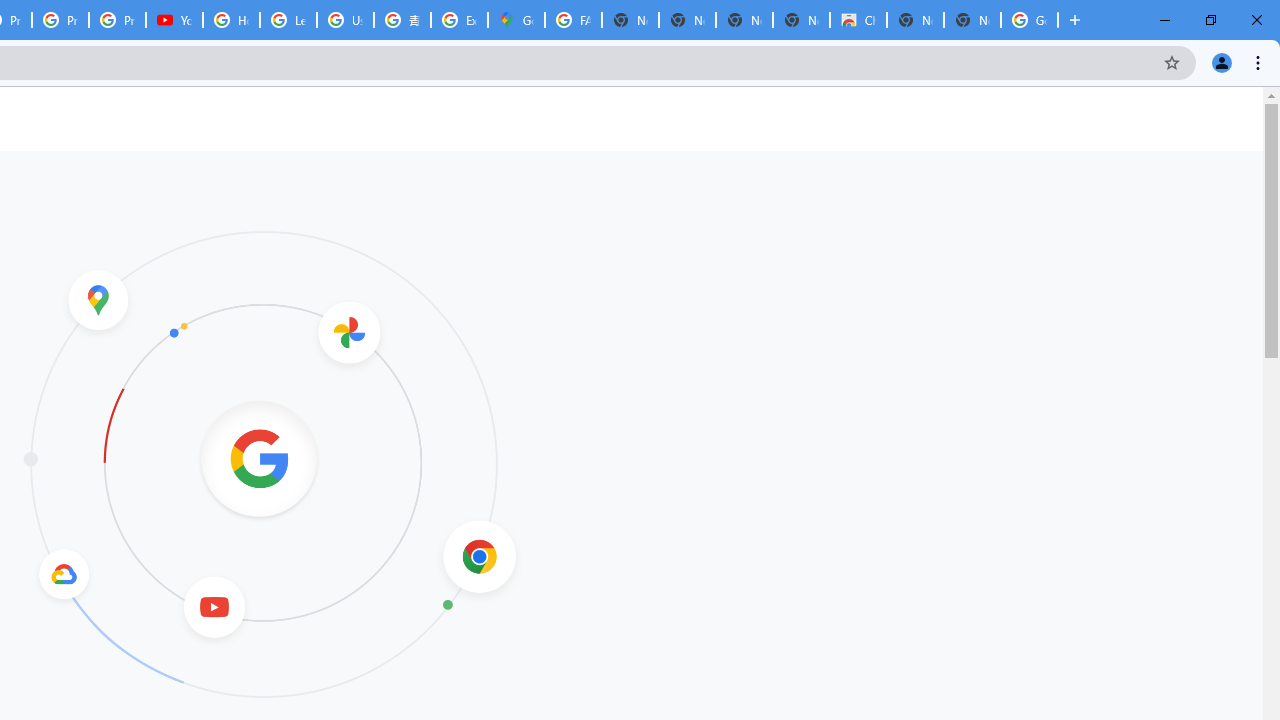 This screenshot has height=720, width=1280. I want to click on 'Chrome Web Store', so click(858, 20).